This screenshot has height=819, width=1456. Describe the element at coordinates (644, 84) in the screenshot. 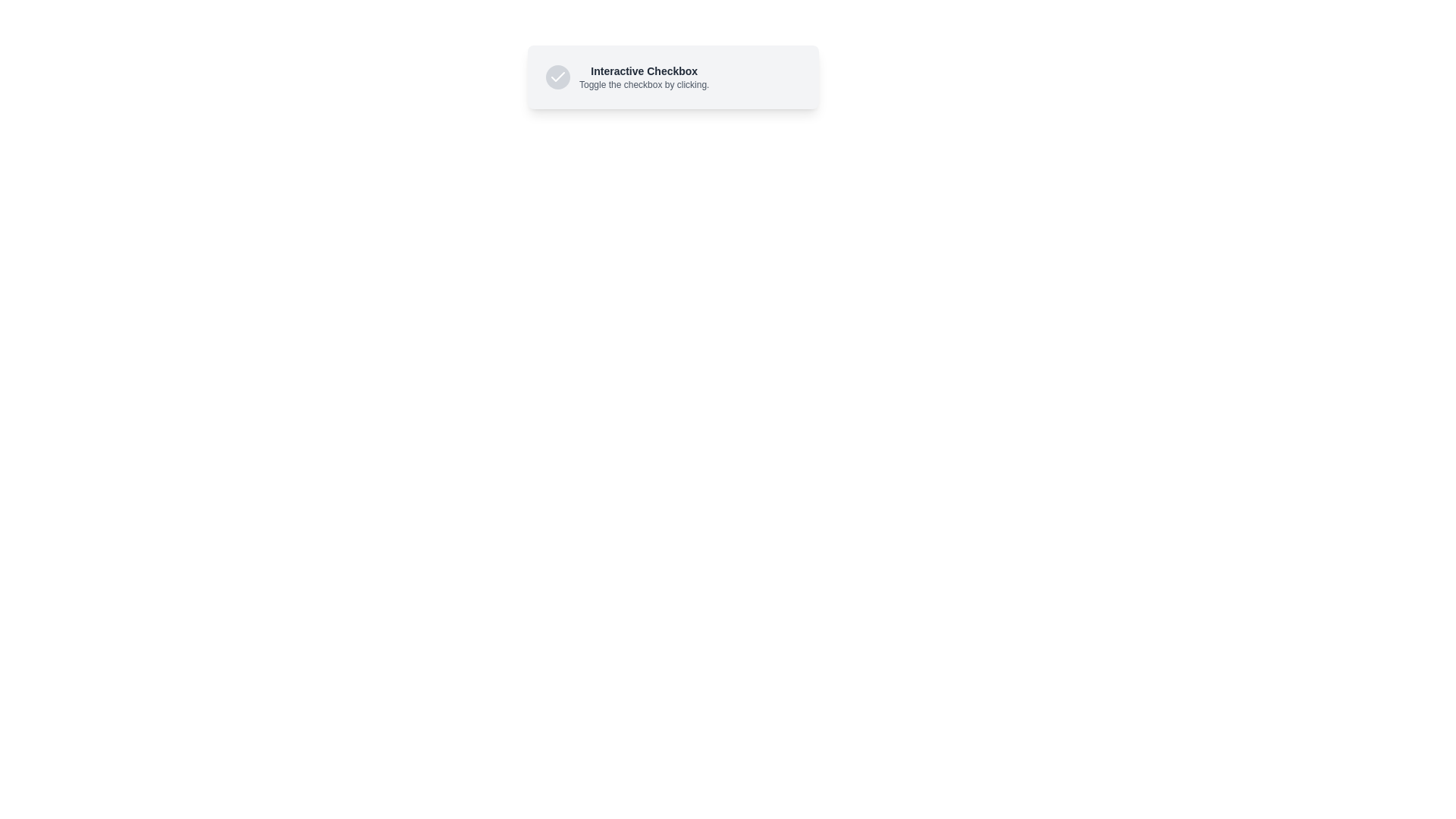

I see `the text label that displays 'Toggle the checkbox by clicking.' which is styled in gray and located below the 'Interactive Checkbox' text` at that location.